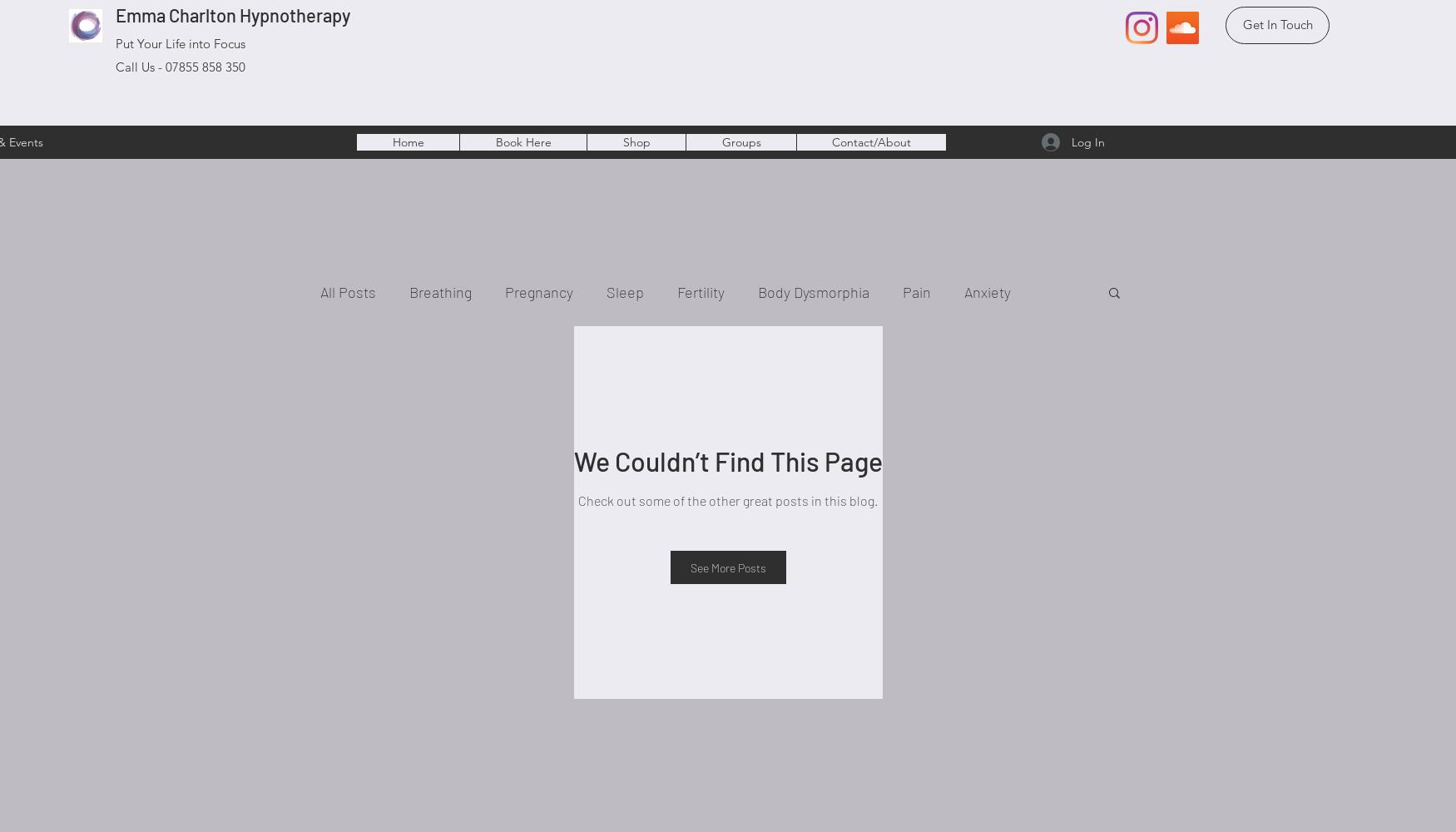  I want to click on 'All Posts', so click(347, 291).